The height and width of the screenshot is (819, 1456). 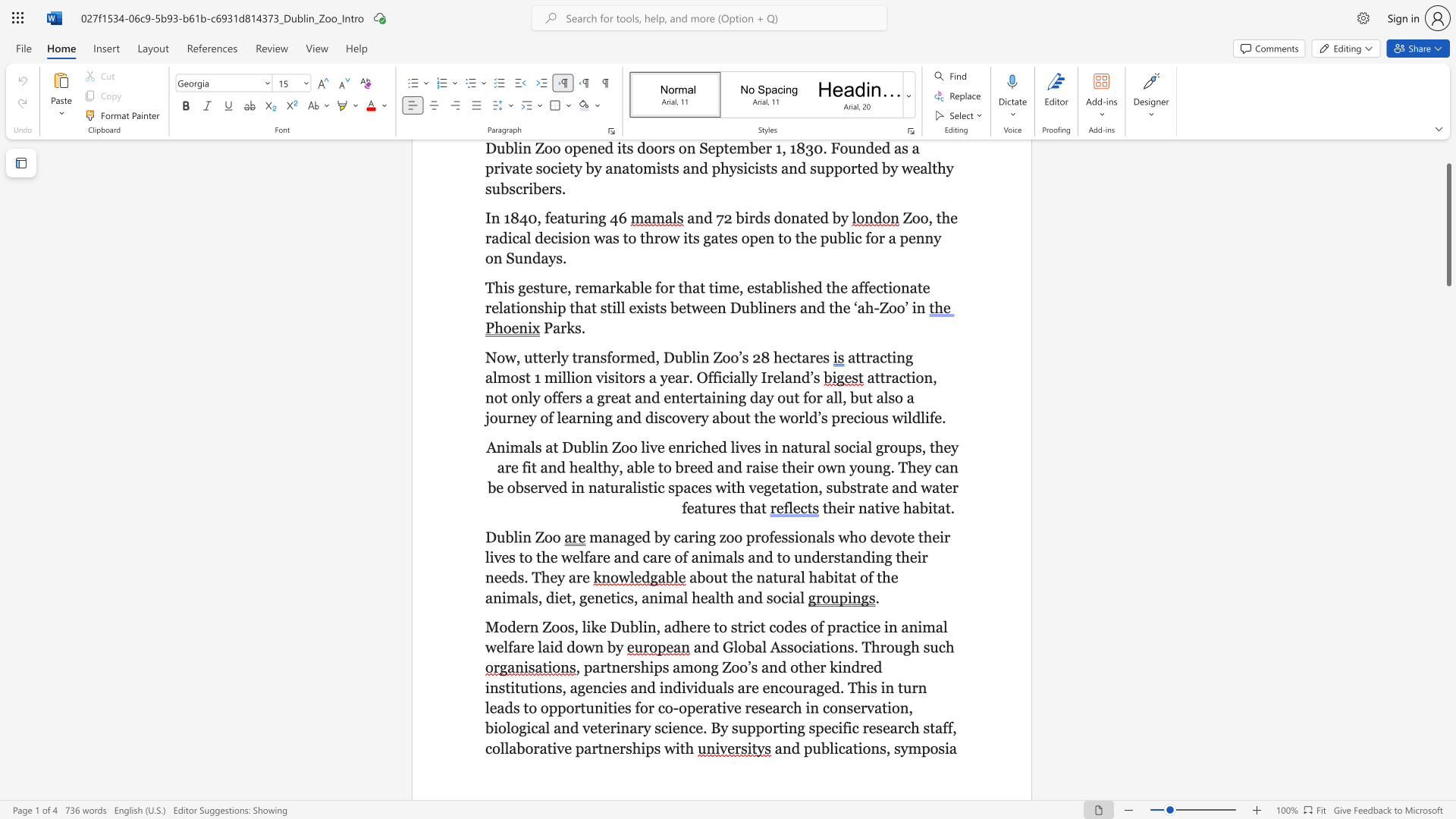 I want to click on the subset text "por" within the text "Dublin Zoo opened its doors on September 1, 1830. Founded as a private society by anatomists and physicists and supported by wealthy subscribers.", so click(x=833, y=168).